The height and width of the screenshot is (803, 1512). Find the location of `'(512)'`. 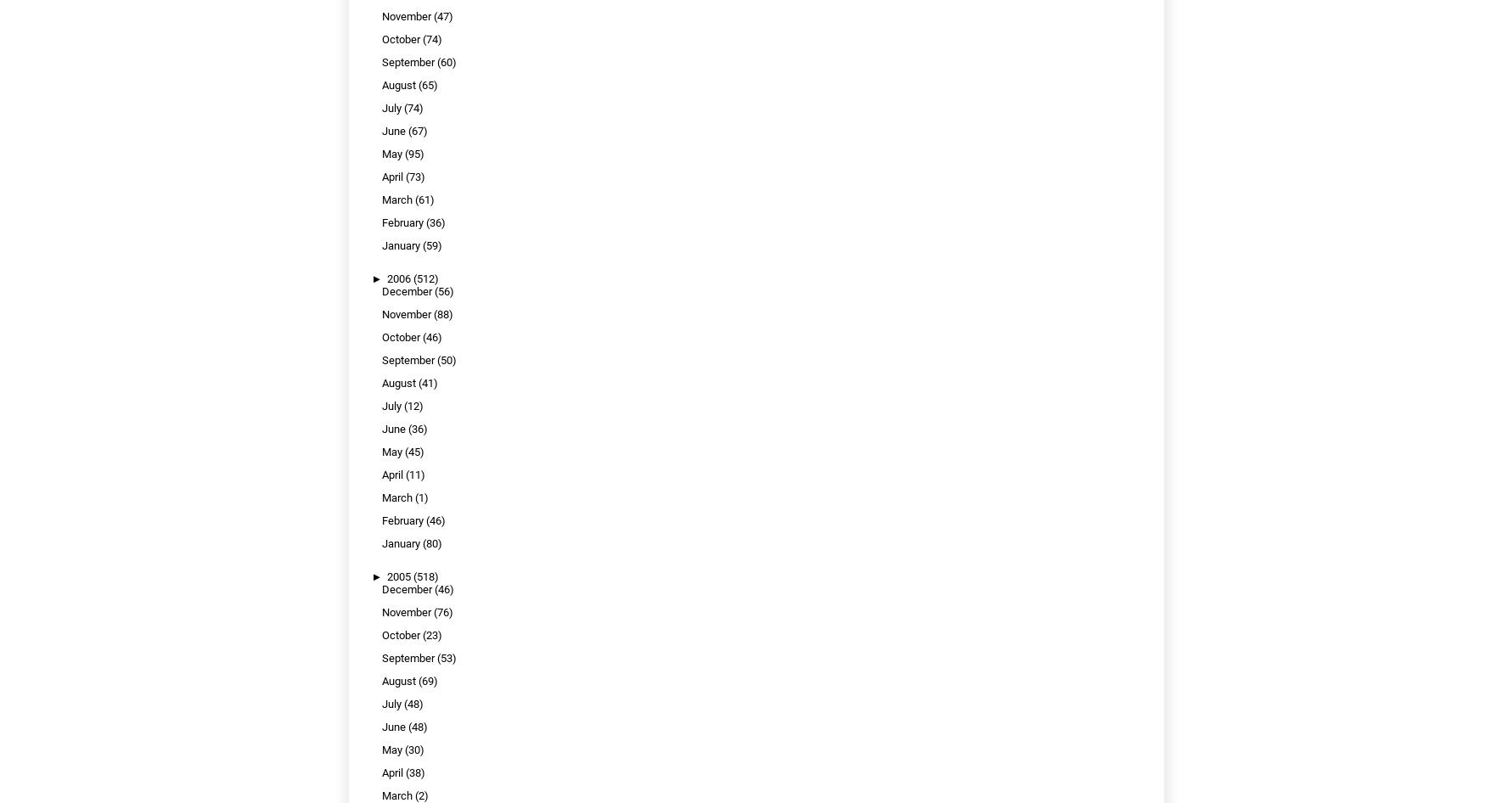

'(512)' is located at coordinates (426, 278).